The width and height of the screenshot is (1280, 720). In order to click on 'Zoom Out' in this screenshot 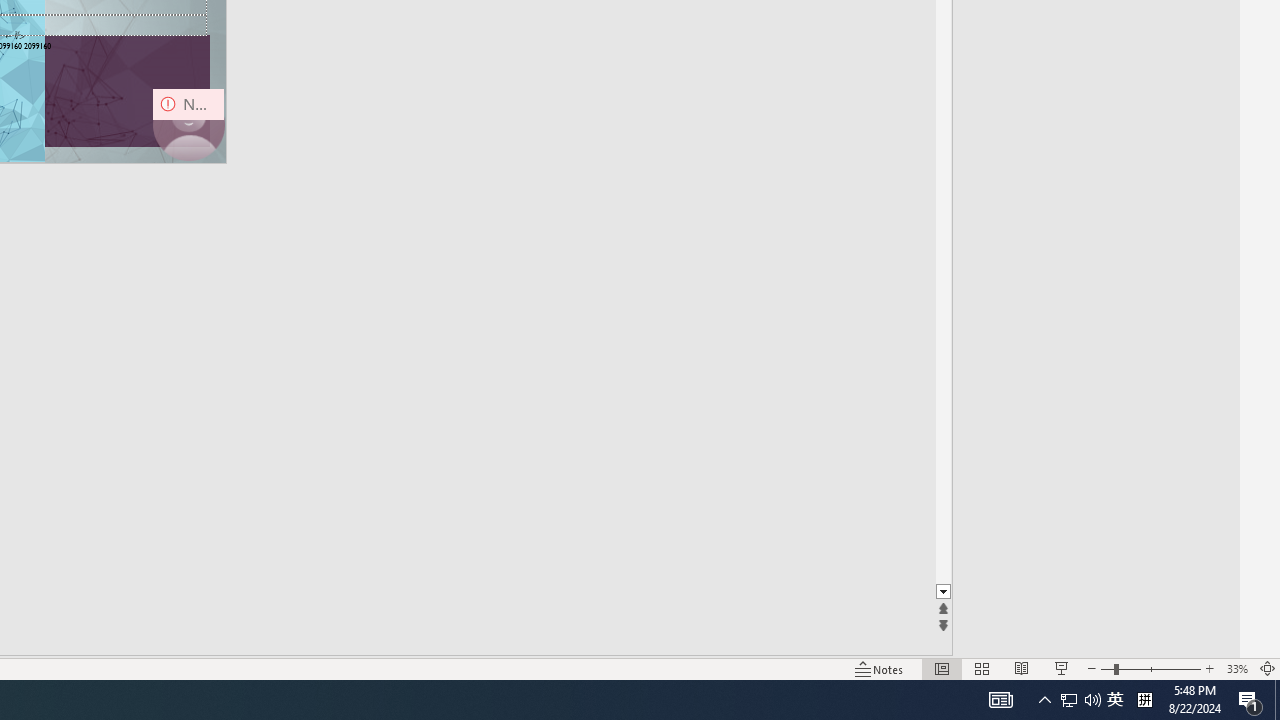, I will do `click(1106, 669)`.